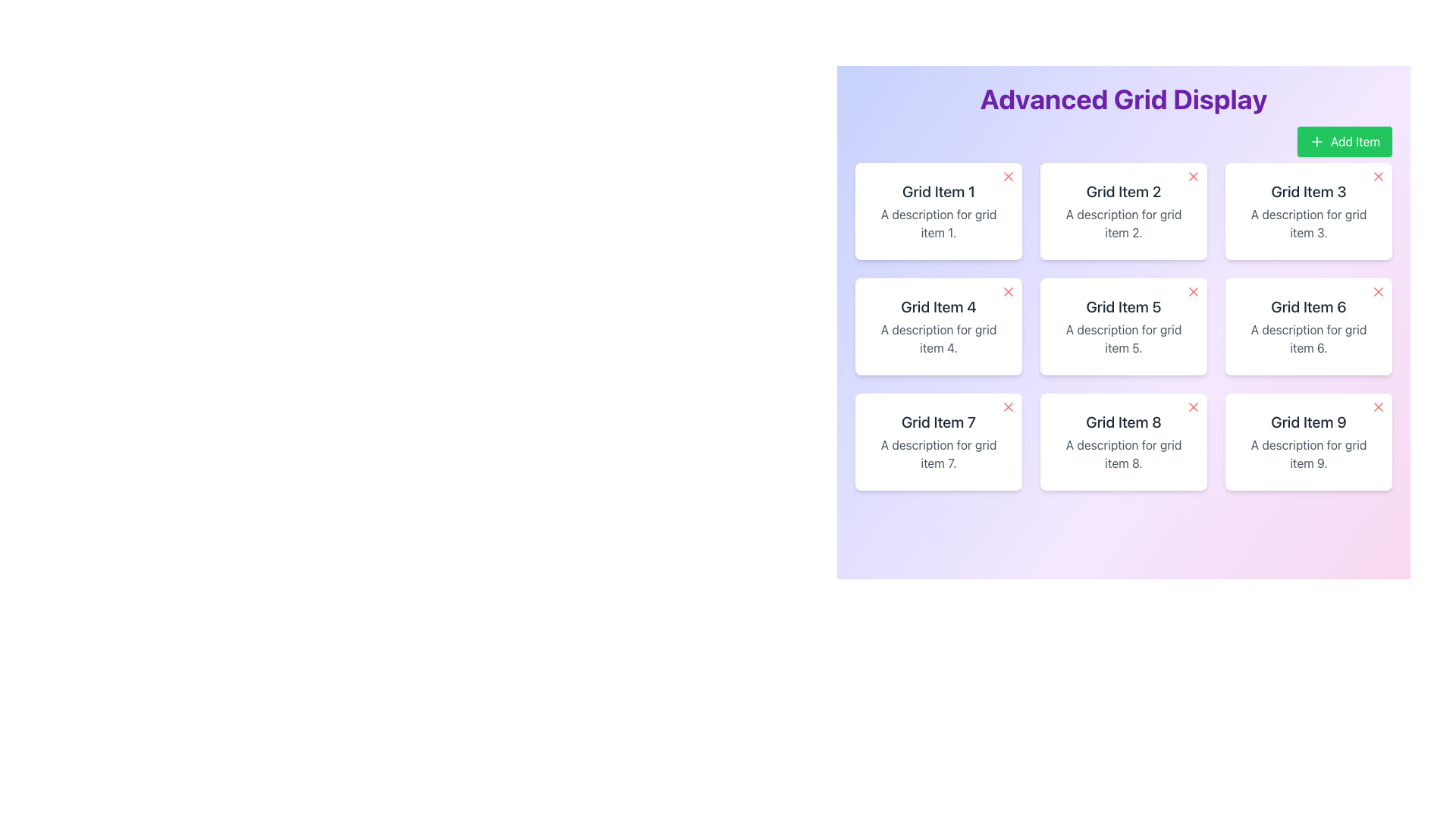  I want to click on the text label that provides additional details for 'Grid Item 9', positioned centrally beneath its title in the bottom-right card of the 3x3 grid layout, so click(1308, 453).